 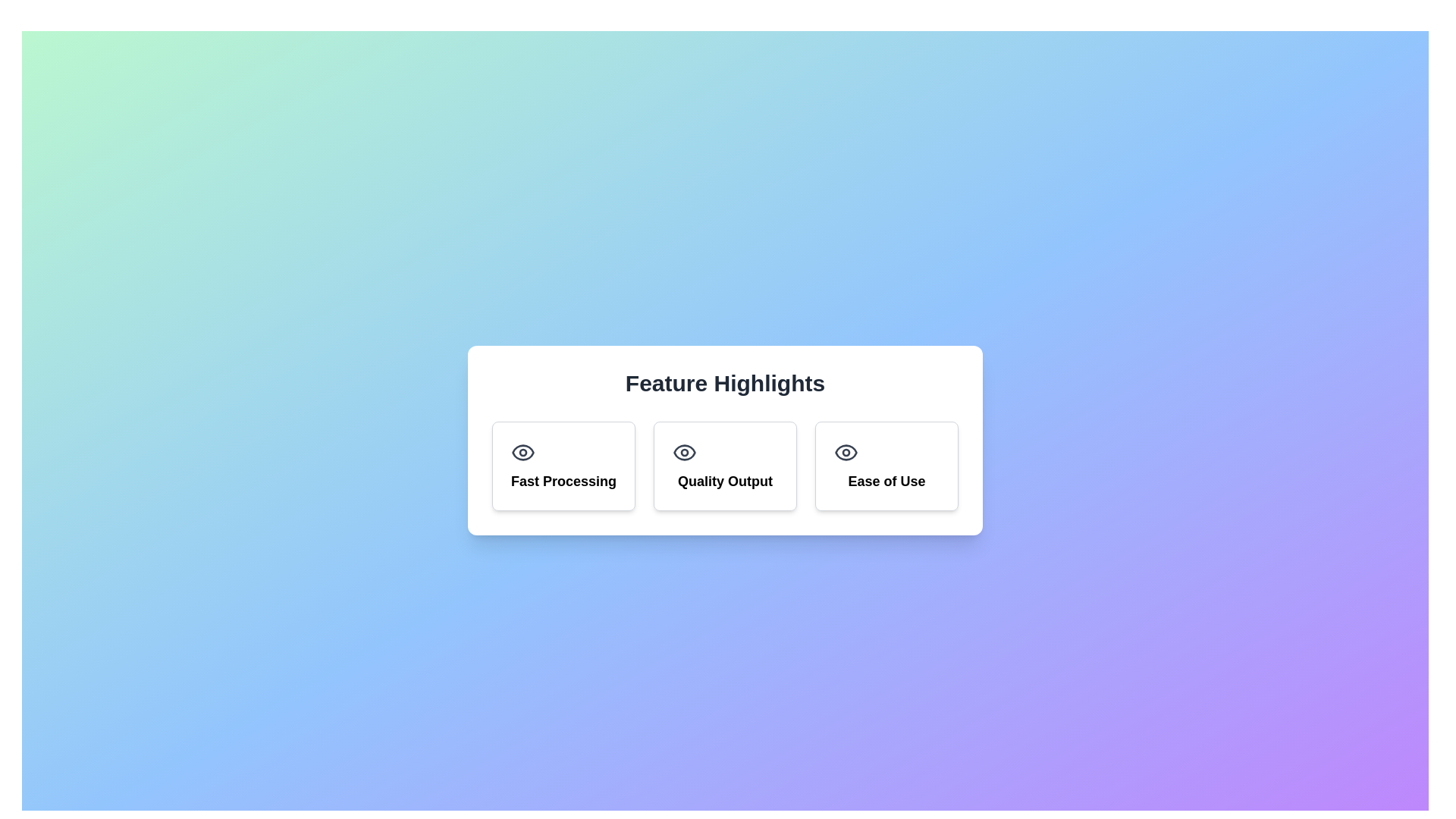 I want to click on the eye icon located in the 'Feature Highlights' section, which is associated with the 'Ease of Use' label, so click(x=846, y=452).